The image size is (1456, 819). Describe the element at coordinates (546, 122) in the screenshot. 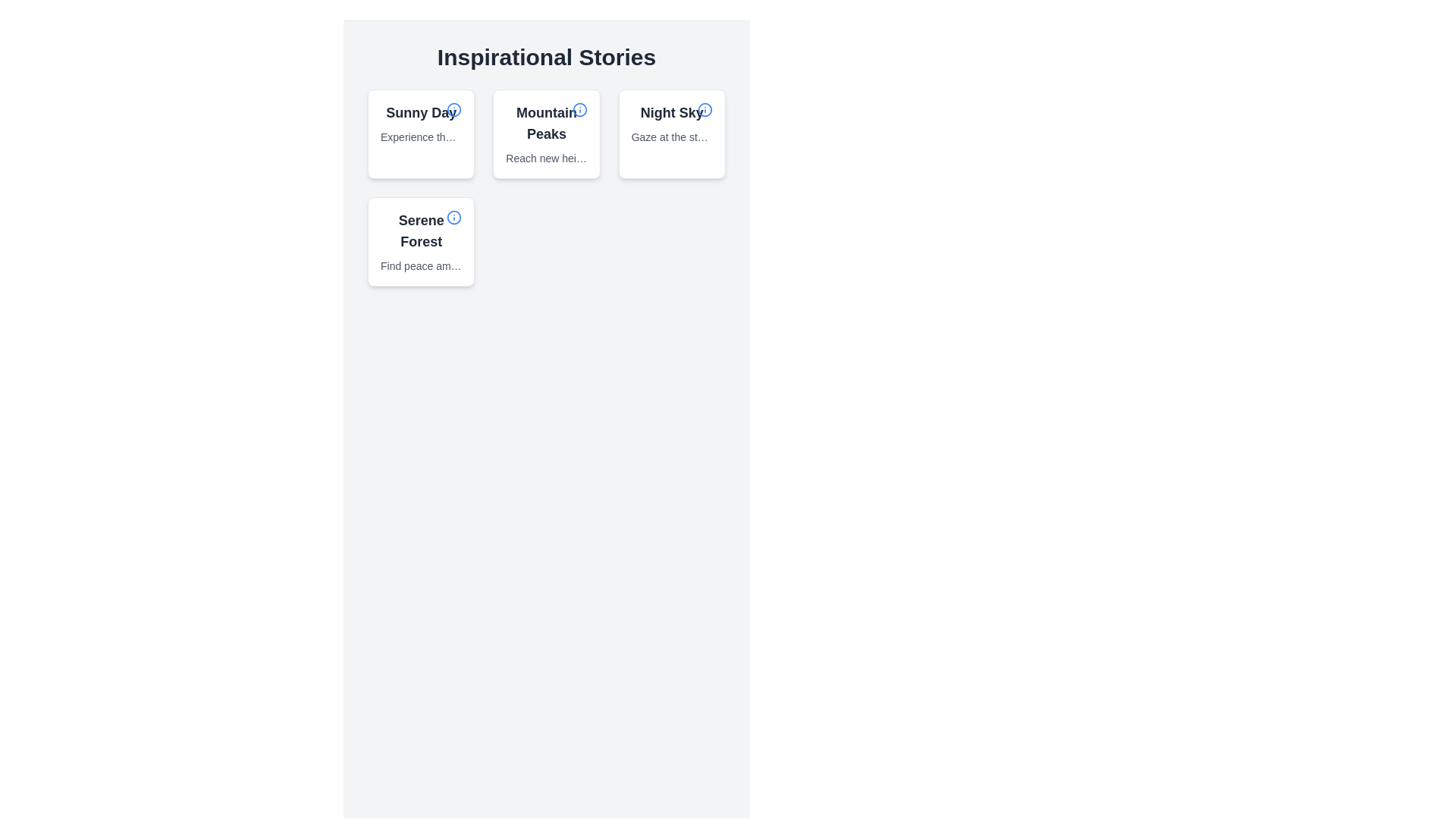

I see `the text label 'Mountain Peaks', which is styled in bold, large dark gray font and is located in the second card under 'Inspirational Stories'` at that location.